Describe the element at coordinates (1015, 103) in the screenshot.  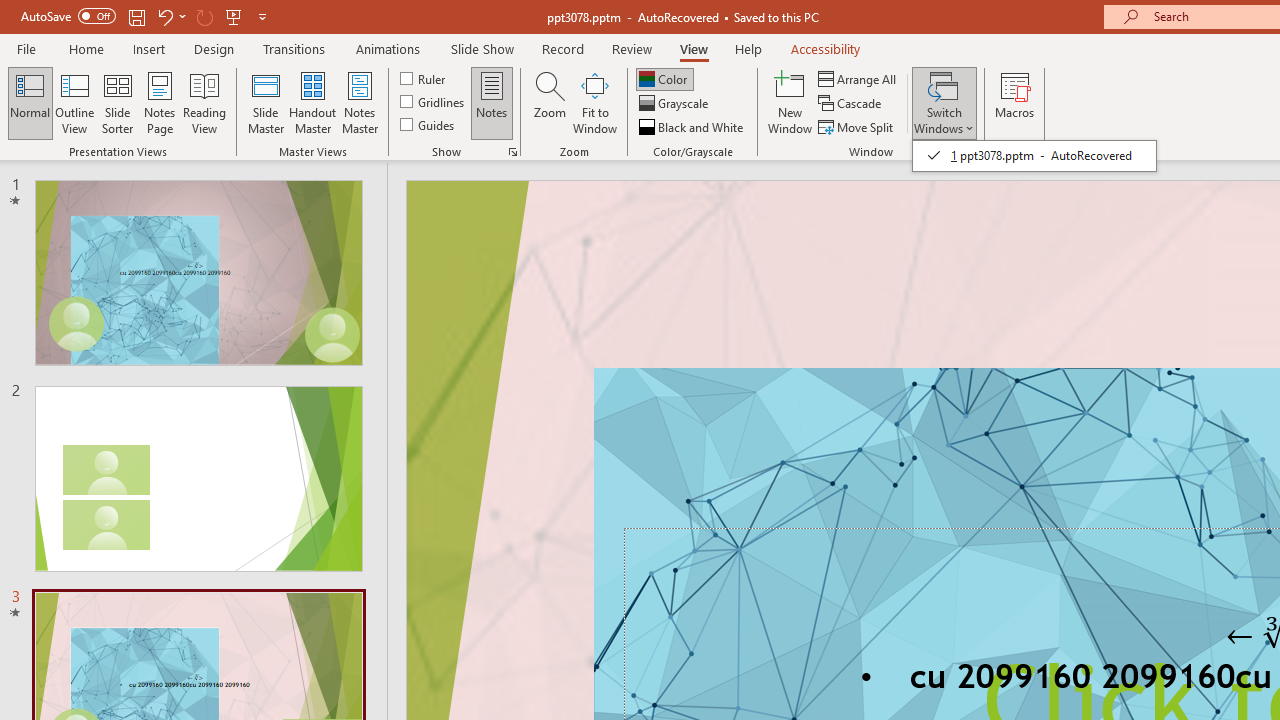
I see `'Macros'` at that location.